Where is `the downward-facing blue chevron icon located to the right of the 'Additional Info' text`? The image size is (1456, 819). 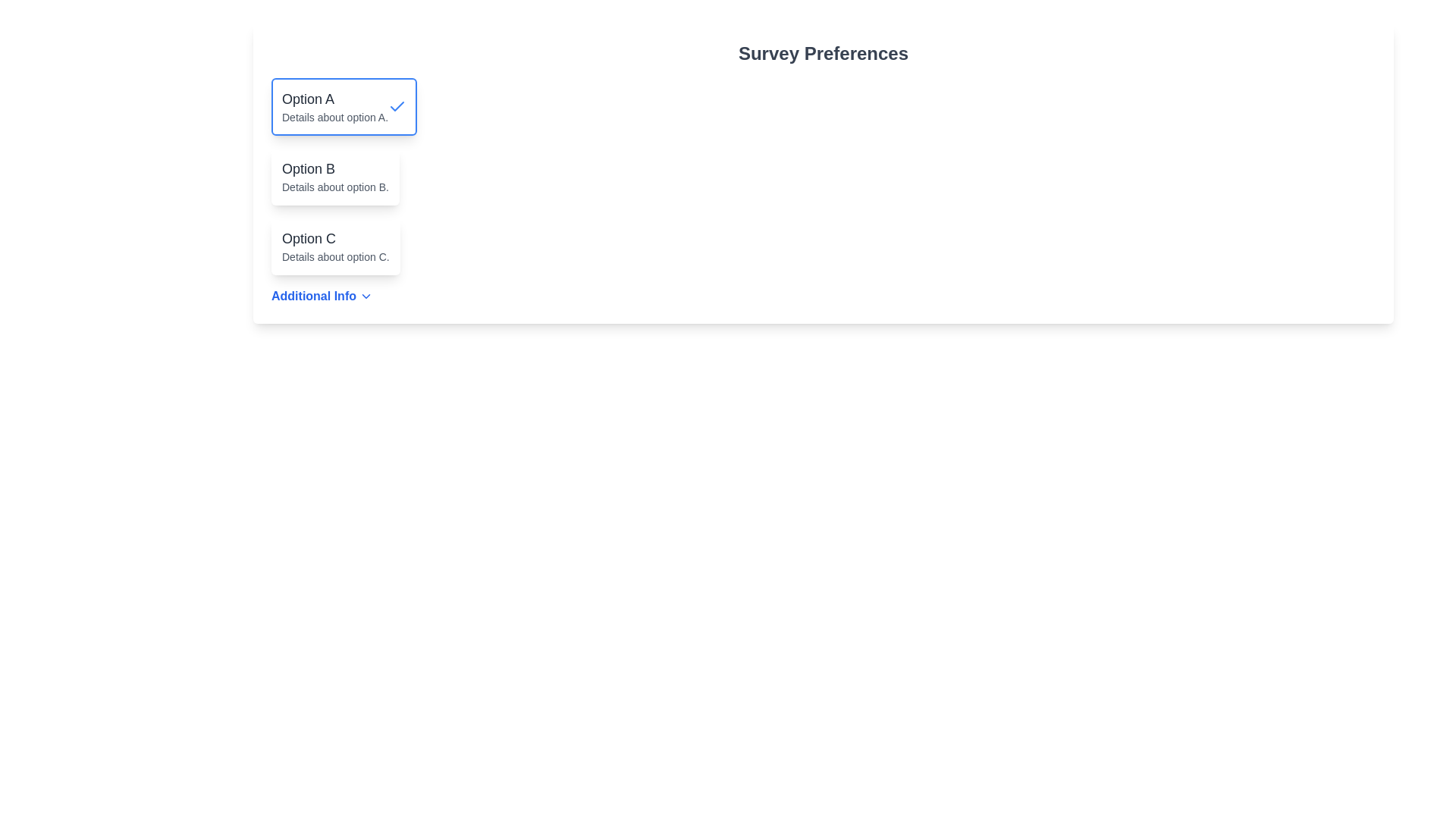 the downward-facing blue chevron icon located to the right of the 'Additional Info' text is located at coordinates (366, 296).